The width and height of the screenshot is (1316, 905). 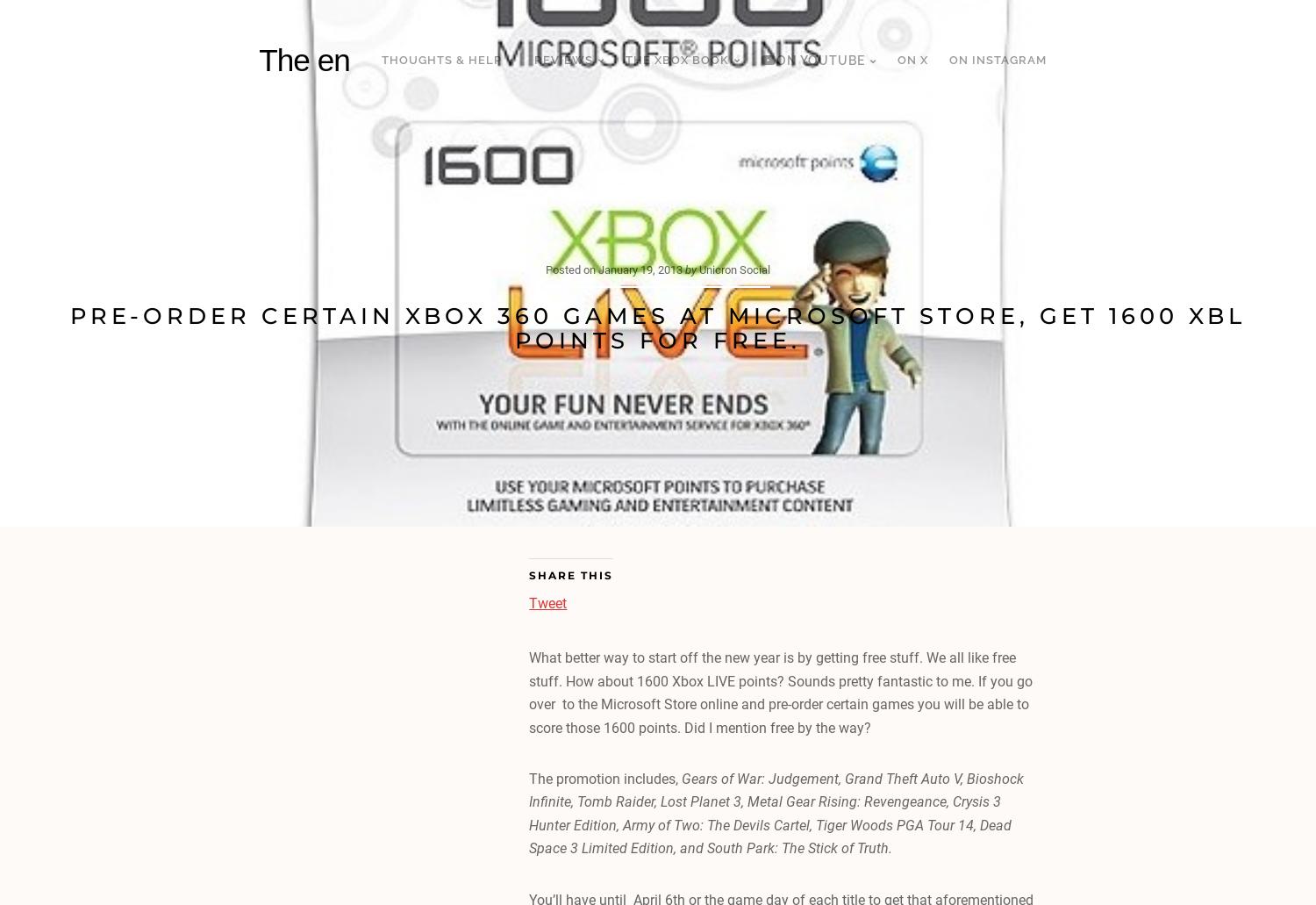 I want to click on 'January 19, 2013', so click(x=640, y=269).